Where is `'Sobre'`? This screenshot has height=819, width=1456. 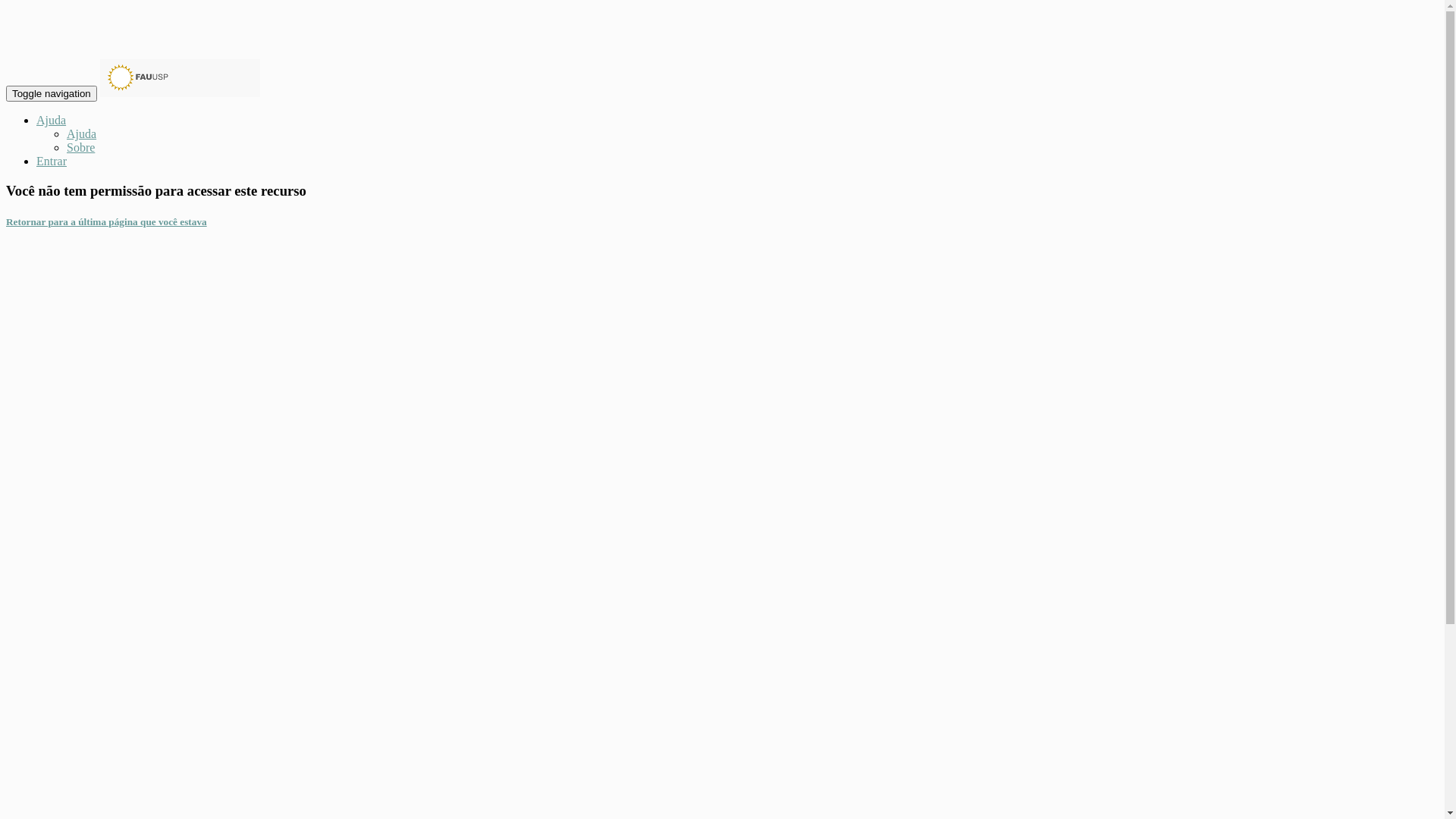
'Sobre' is located at coordinates (80, 147).